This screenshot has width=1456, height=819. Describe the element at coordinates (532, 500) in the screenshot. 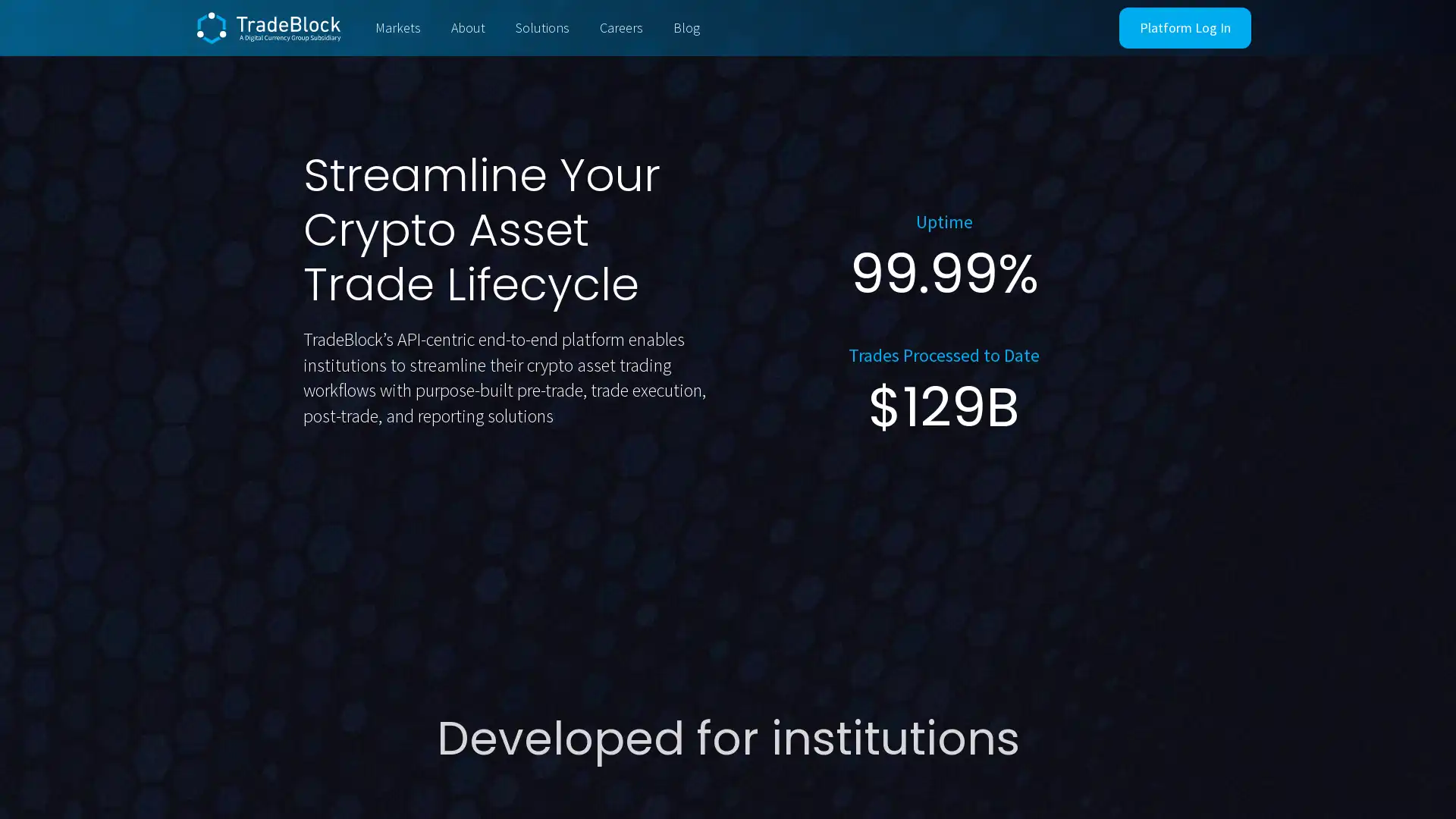

I see `Market Data` at that location.